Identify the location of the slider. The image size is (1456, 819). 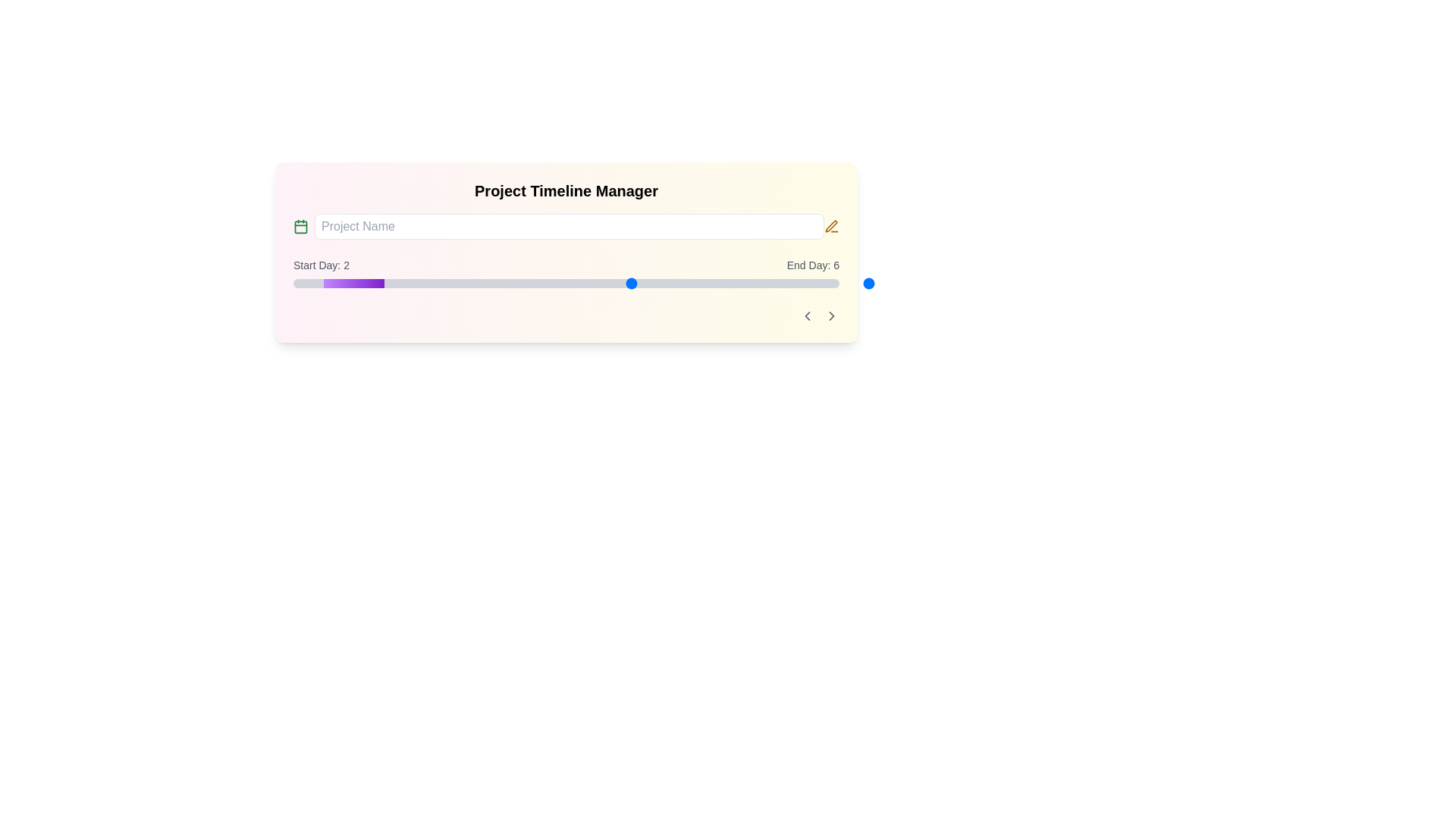
(748, 284).